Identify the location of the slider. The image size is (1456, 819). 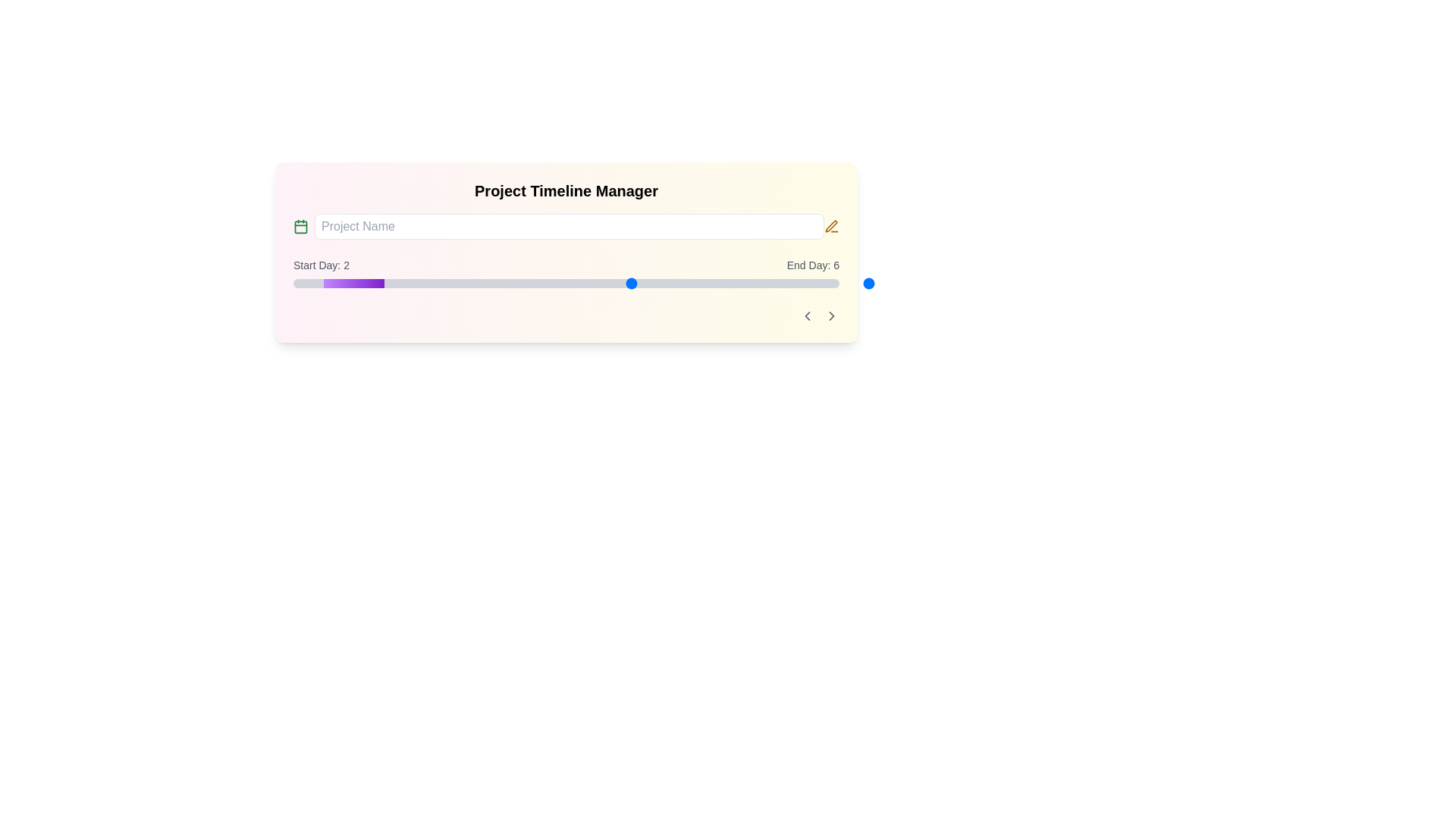
(748, 284).